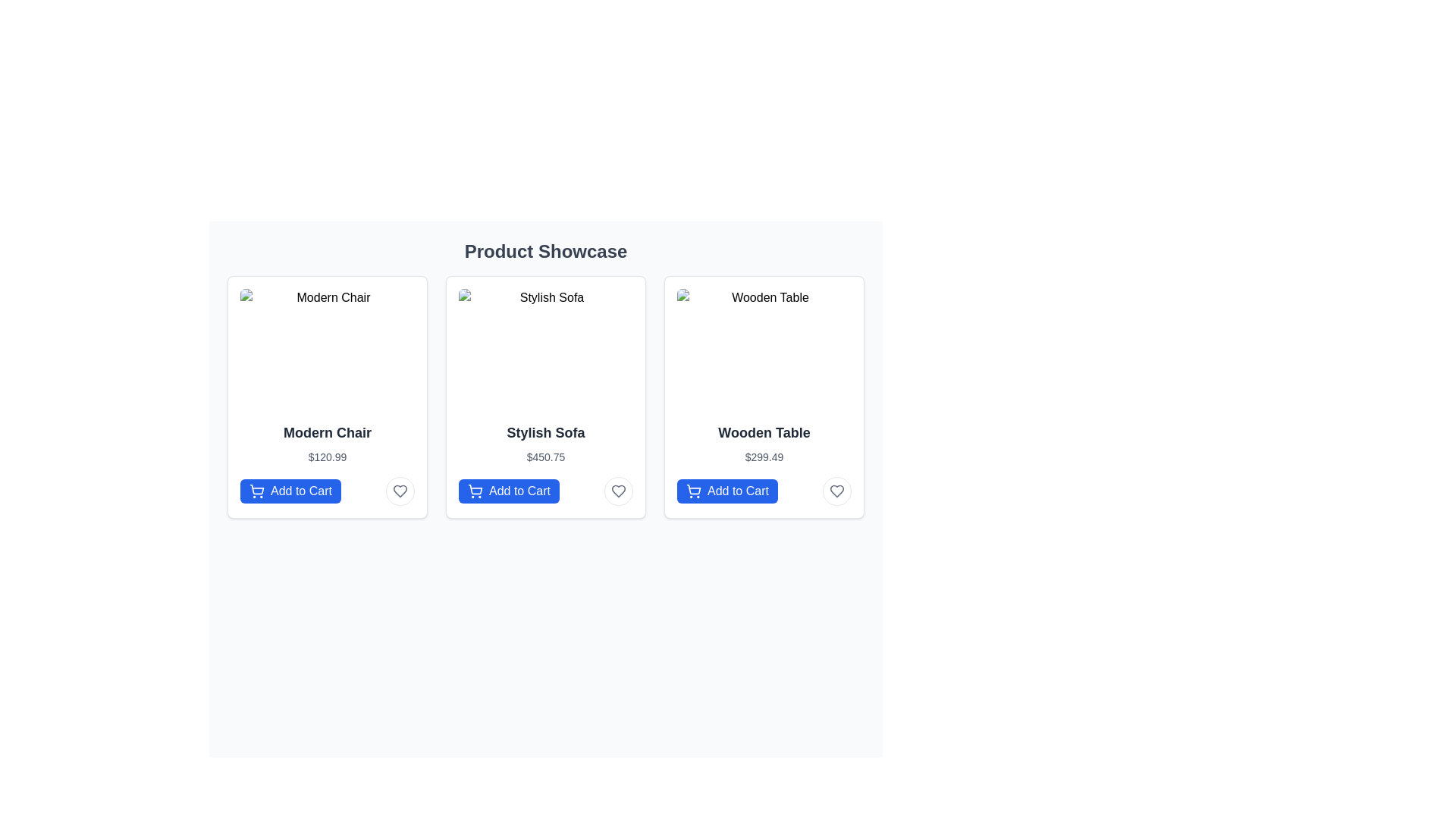 The height and width of the screenshot is (819, 1456). I want to click on the 'Add to Cart' button, which has a blue background and white text, located at the bottom section of the 'Modern Chair' card to trigger visual feedback, so click(301, 491).